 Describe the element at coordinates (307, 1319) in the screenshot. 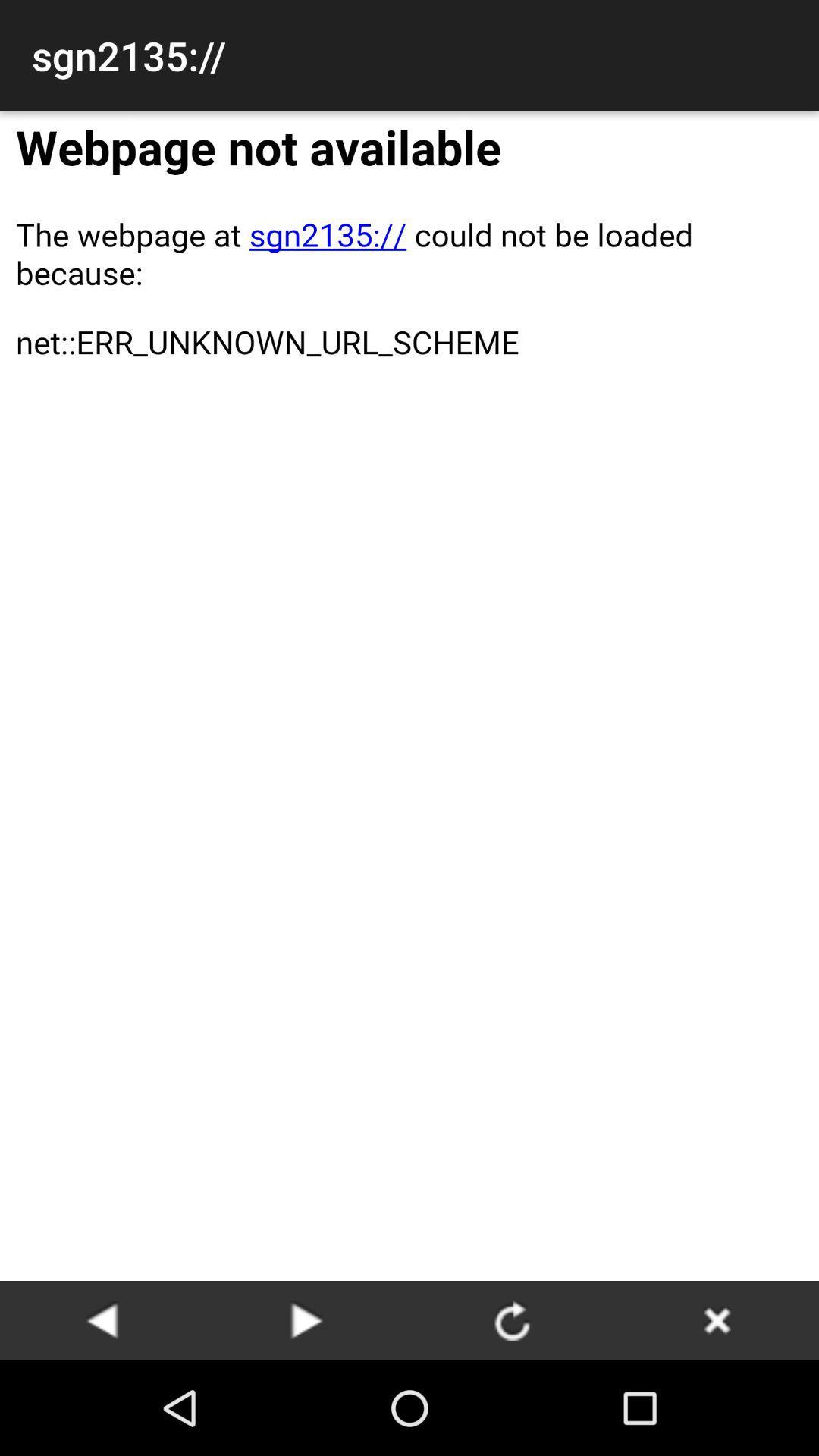

I see `revert` at that location.